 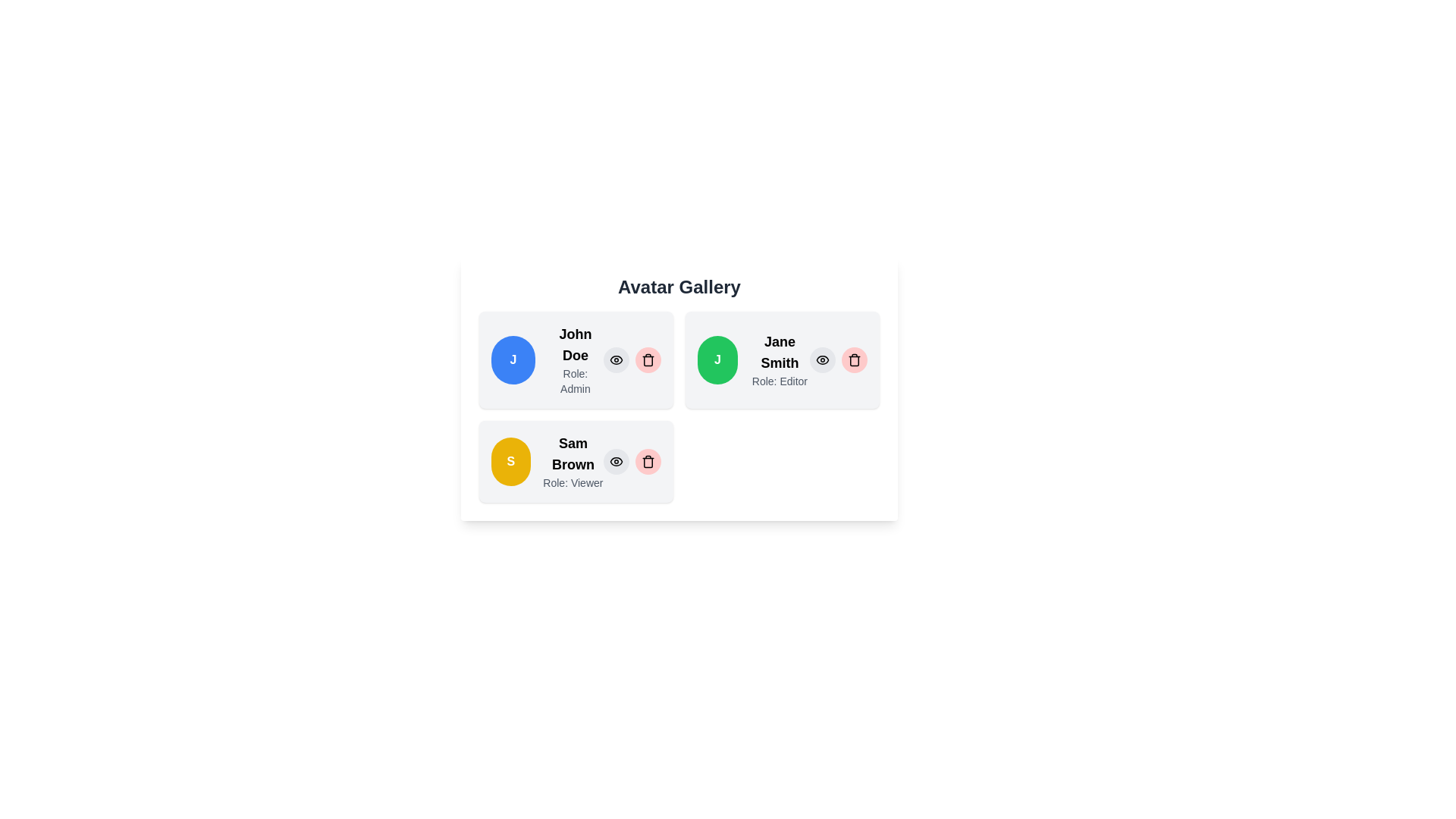 I want to click on the 'Editor' text label located below the 'Jane Smith' label in the top-right item of the grid layout in the 'Avatar Gallery', so click(x=780, y=380).